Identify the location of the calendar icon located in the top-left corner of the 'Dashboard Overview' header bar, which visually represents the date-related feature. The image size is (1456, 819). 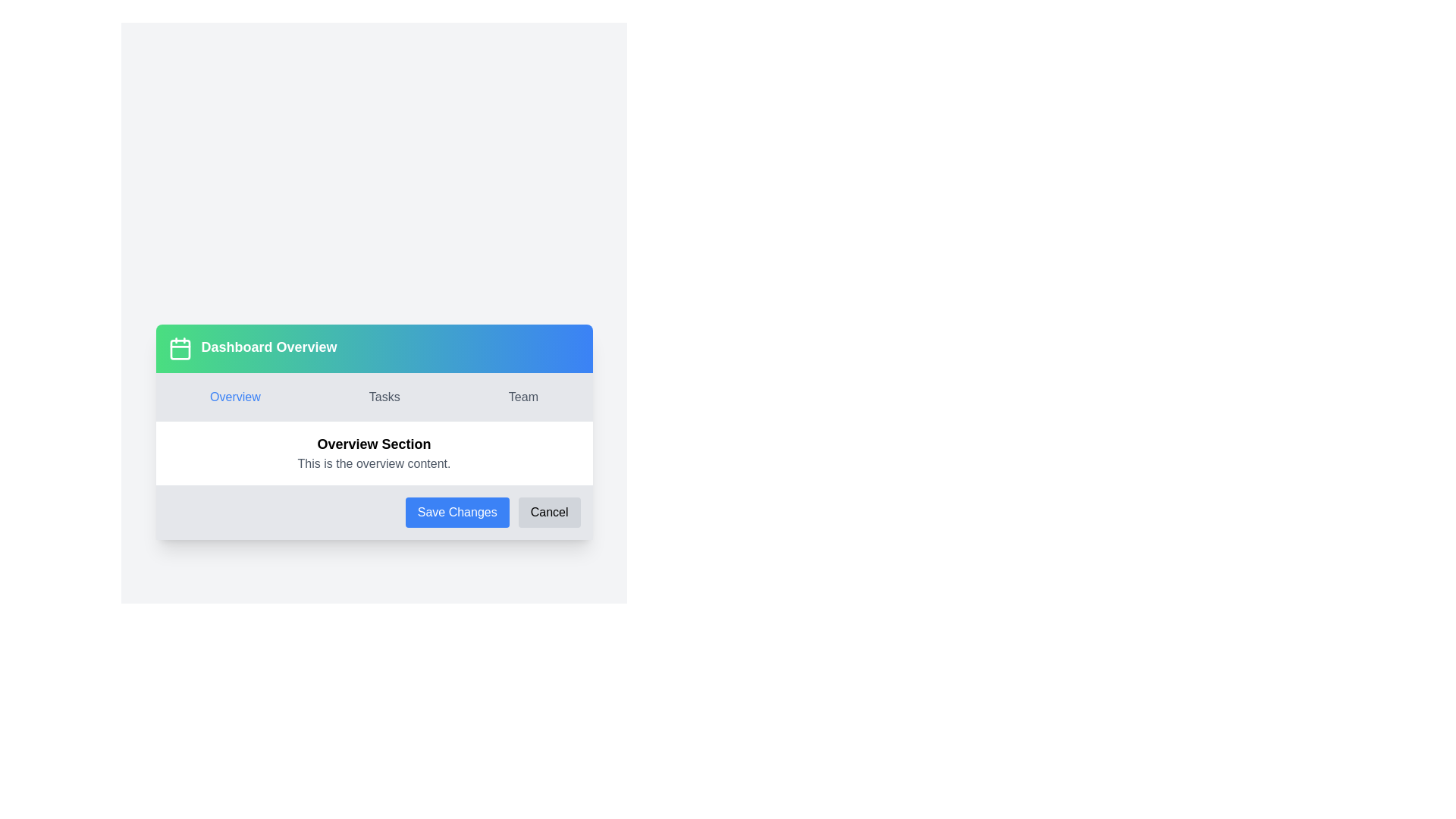
(180, 348).